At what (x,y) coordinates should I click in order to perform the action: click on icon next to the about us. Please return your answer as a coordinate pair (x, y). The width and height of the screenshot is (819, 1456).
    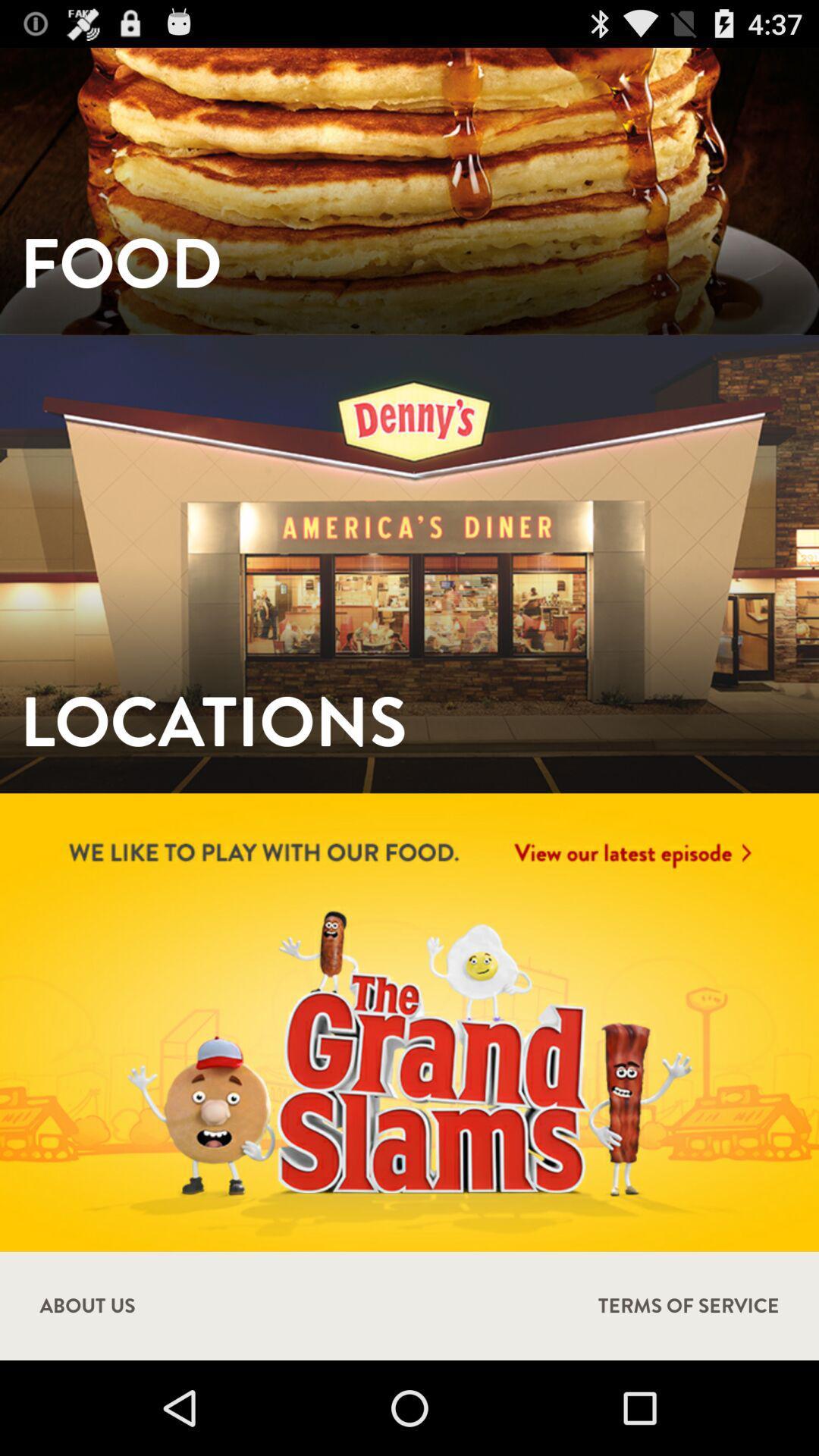
    Looking at the image, I should click on (689, 1305).